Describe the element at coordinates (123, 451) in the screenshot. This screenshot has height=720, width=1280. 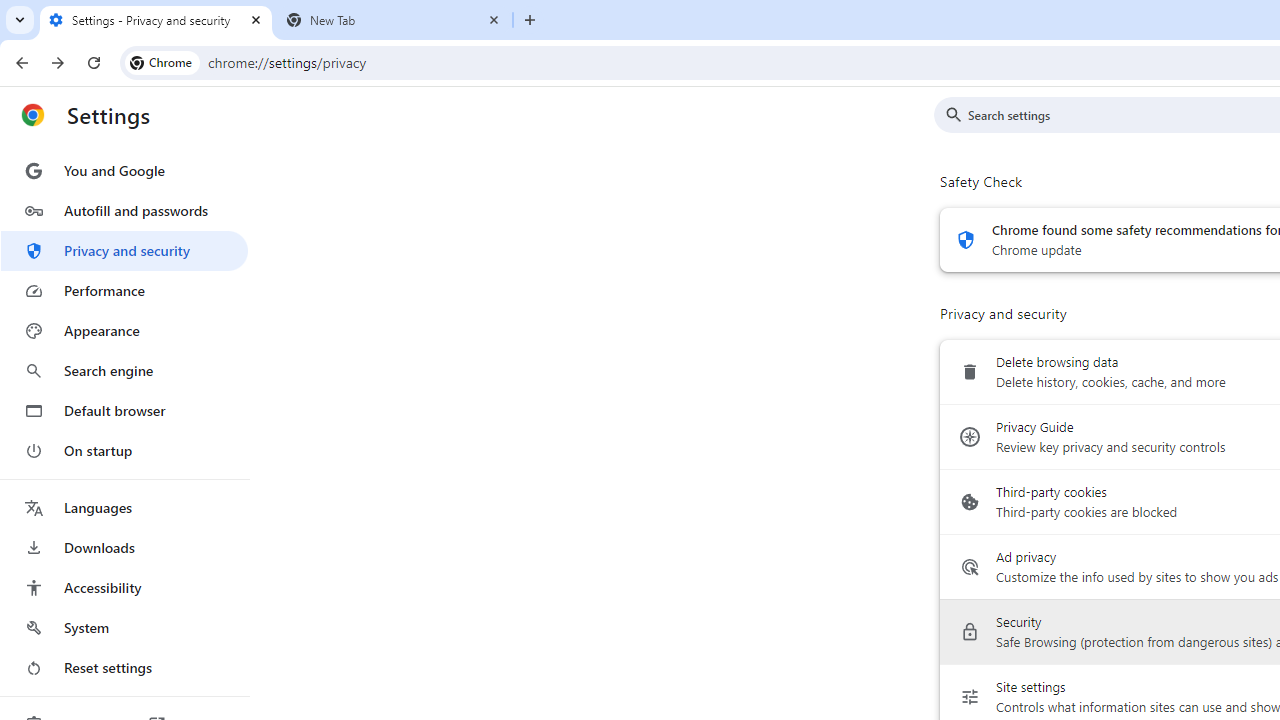
I see `'On startup'` at that location.